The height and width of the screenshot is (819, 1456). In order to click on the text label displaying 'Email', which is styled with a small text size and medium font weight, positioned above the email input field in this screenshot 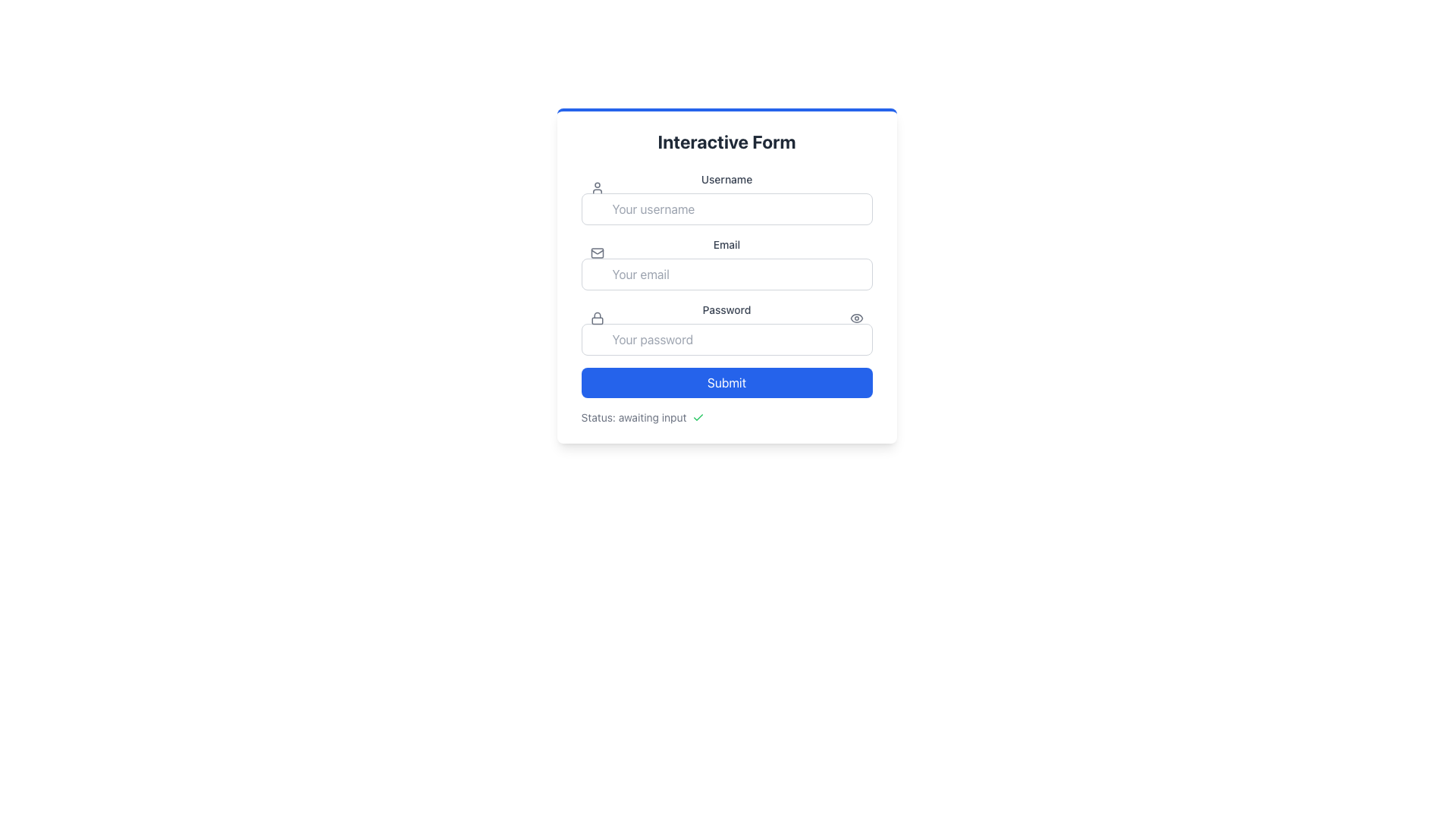, I will do `click(726, 244)`.